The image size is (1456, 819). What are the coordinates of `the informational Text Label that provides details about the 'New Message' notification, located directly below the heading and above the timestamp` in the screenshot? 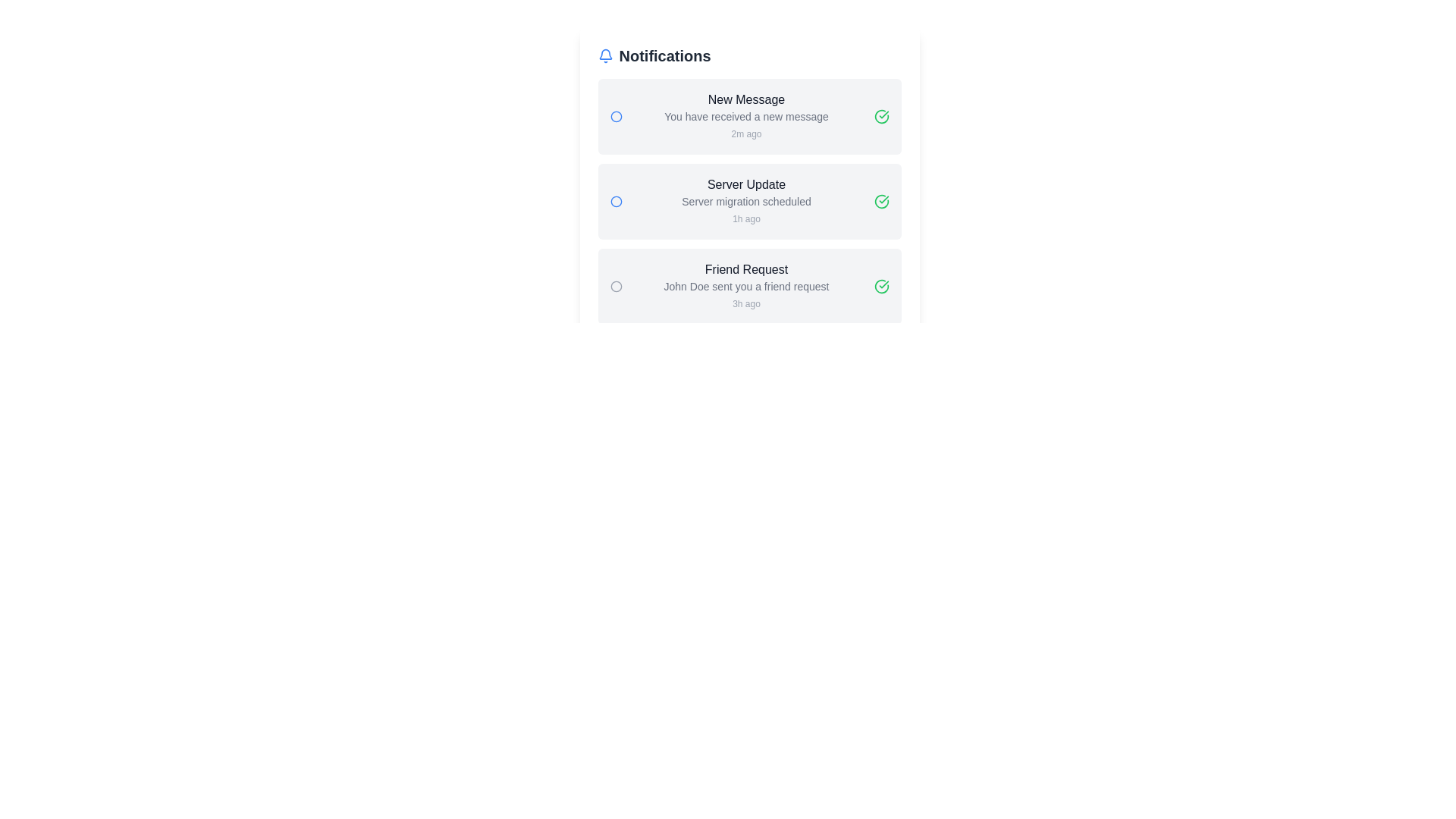 It's located at (746, 116).